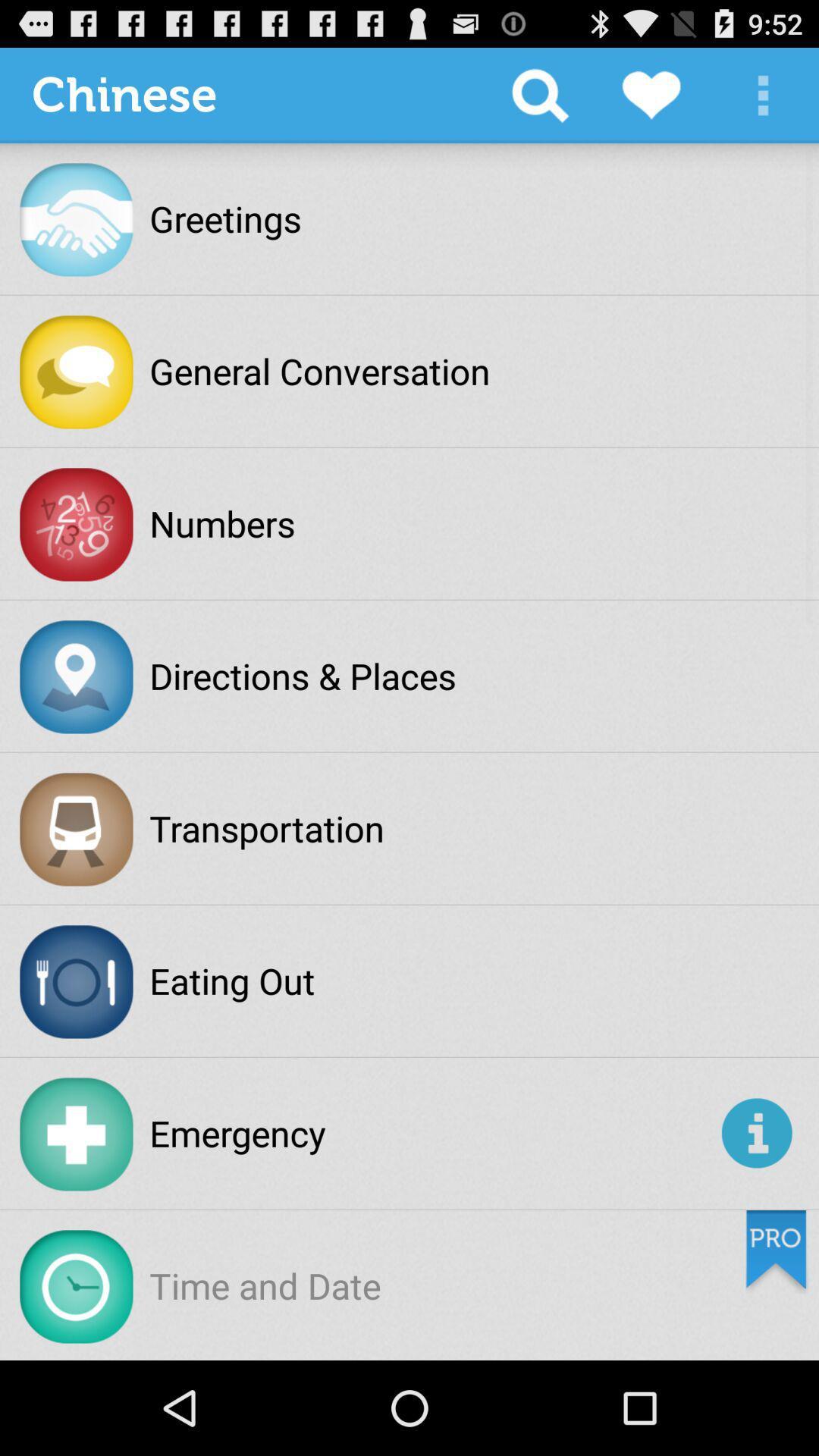 This screenshot has width=819, height=1456. I want to click on the general conversation item, so click(318, 371).